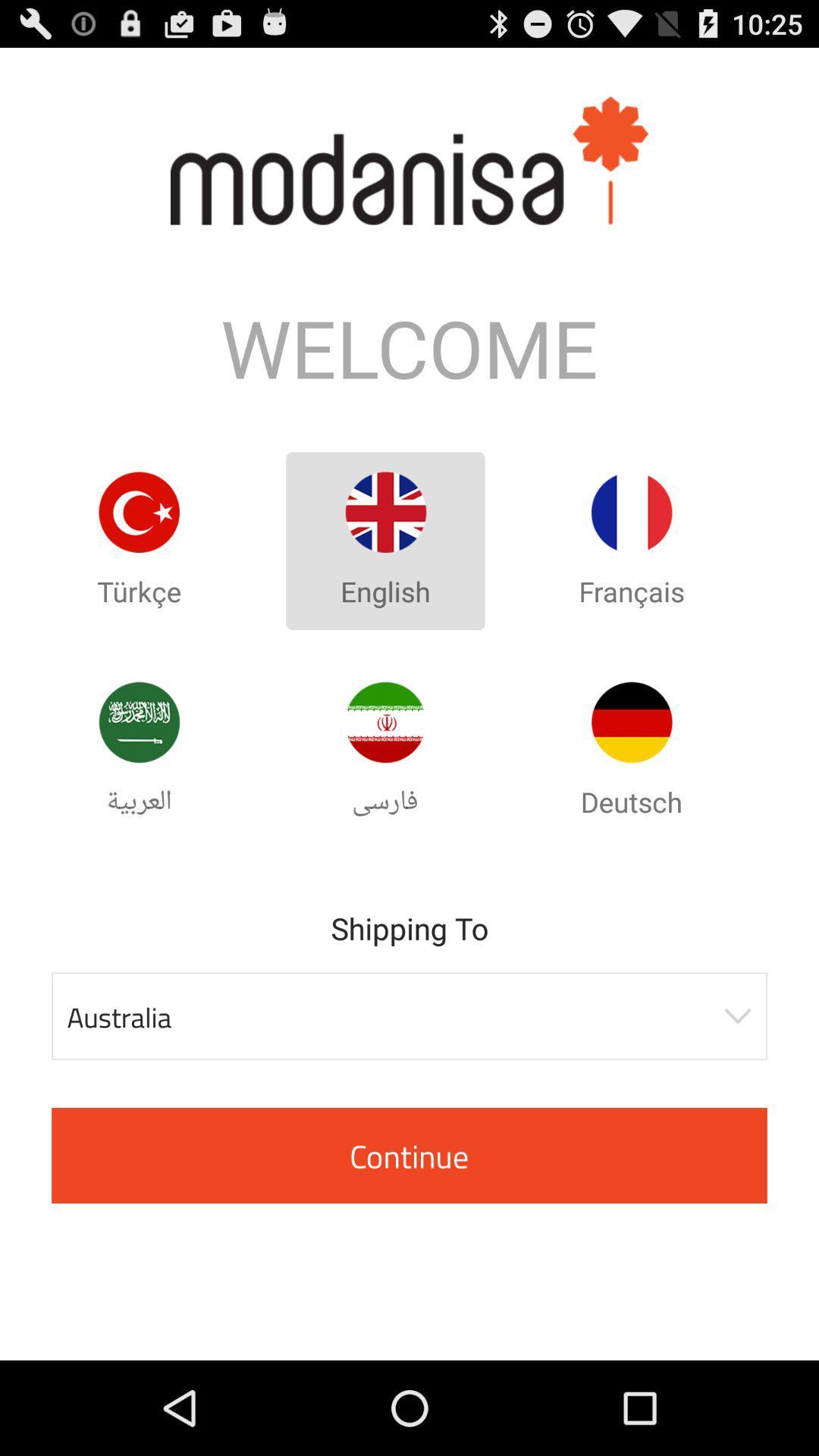  I want to click on australia item, so click(409, 1016).